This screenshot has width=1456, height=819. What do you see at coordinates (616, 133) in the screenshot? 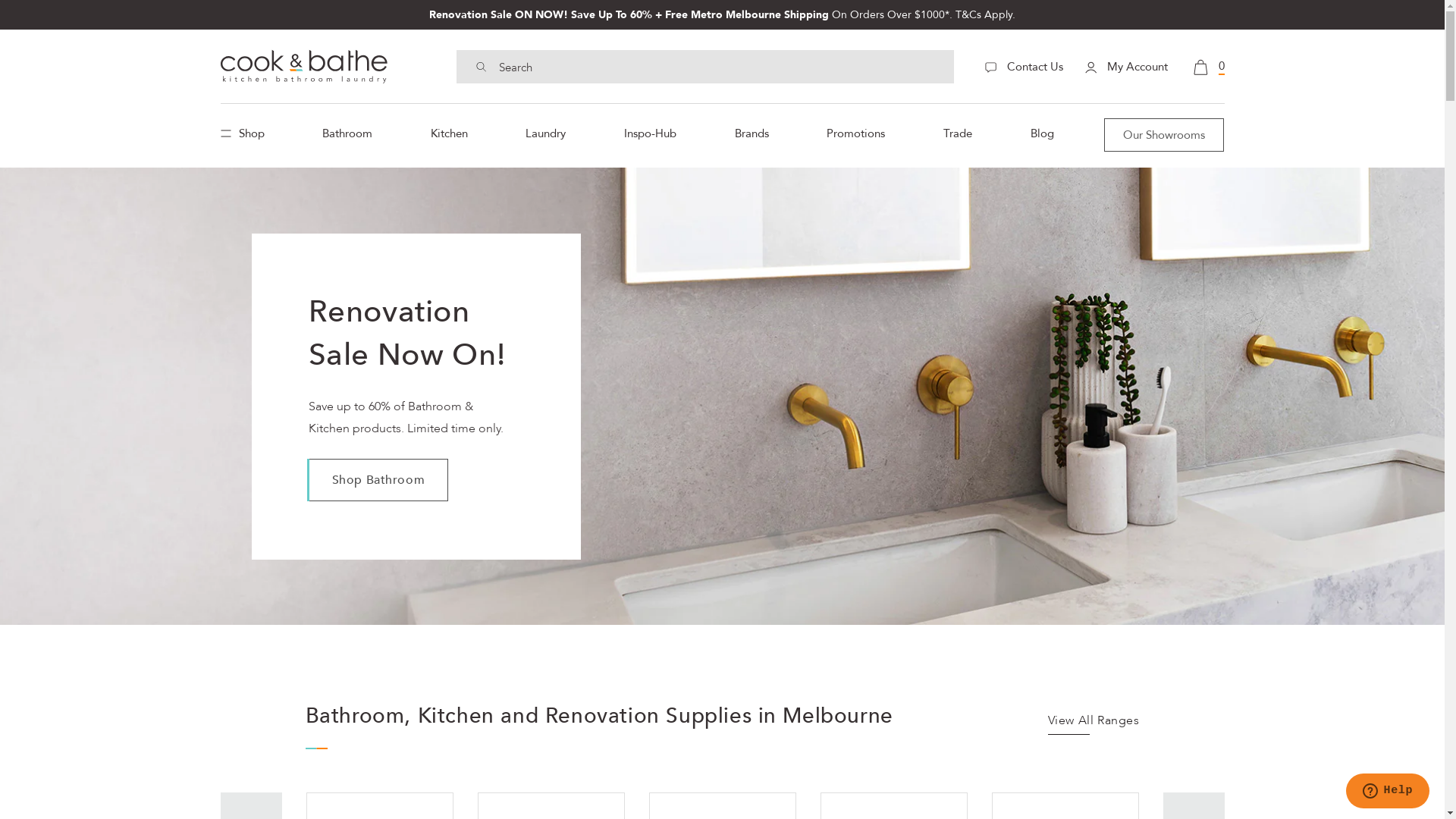
I see `'Inspo-Hub'` at bounding box center [616, 133].